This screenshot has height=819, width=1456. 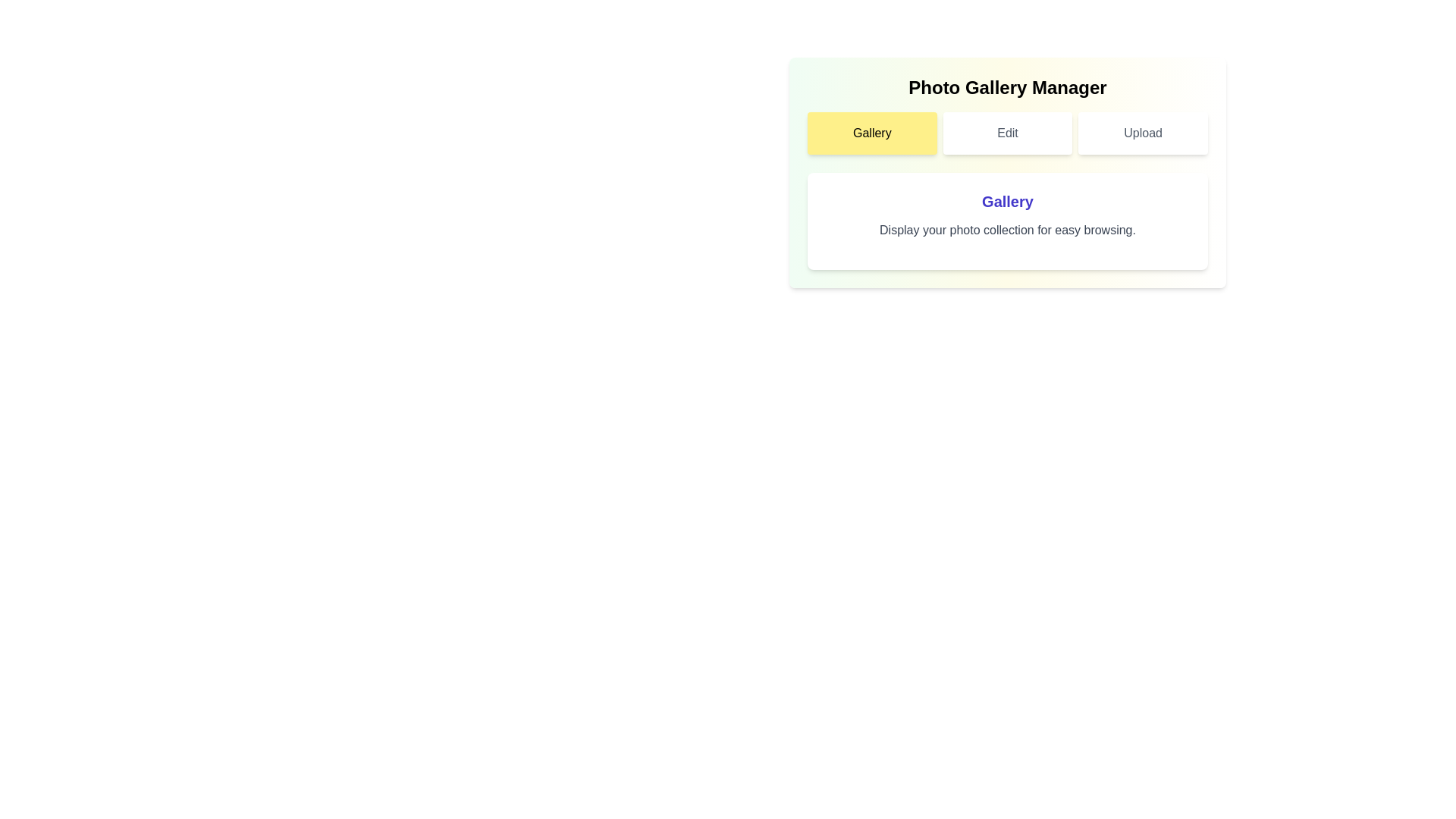 I want to click on centered, bold, large text label that says 'Photo Gallery Manager', which is positioned above a grid layout and has a gradient background, so click(x=1008, y=87).